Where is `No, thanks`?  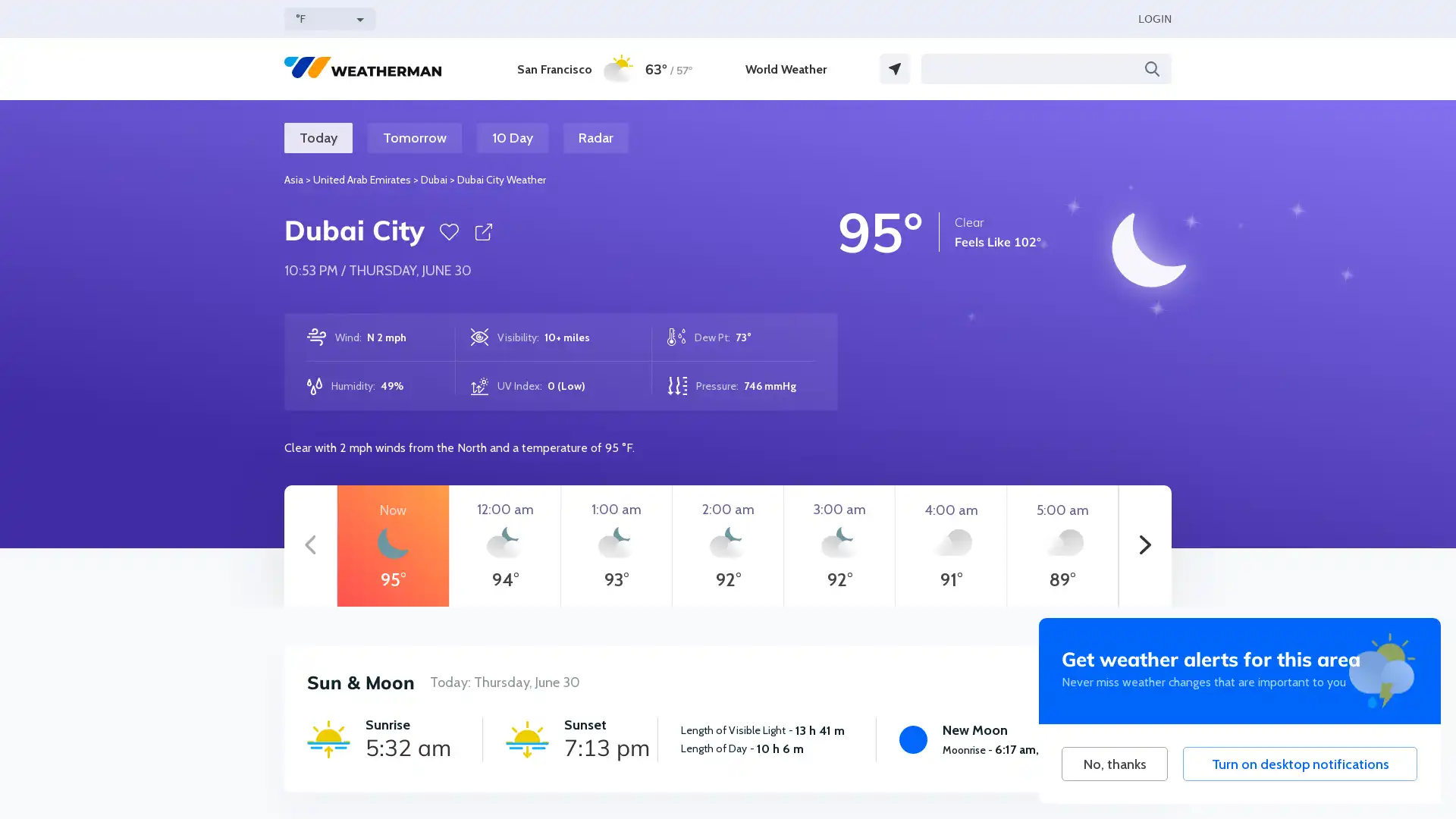
No, thanks is located at coordinates (1114, 764).